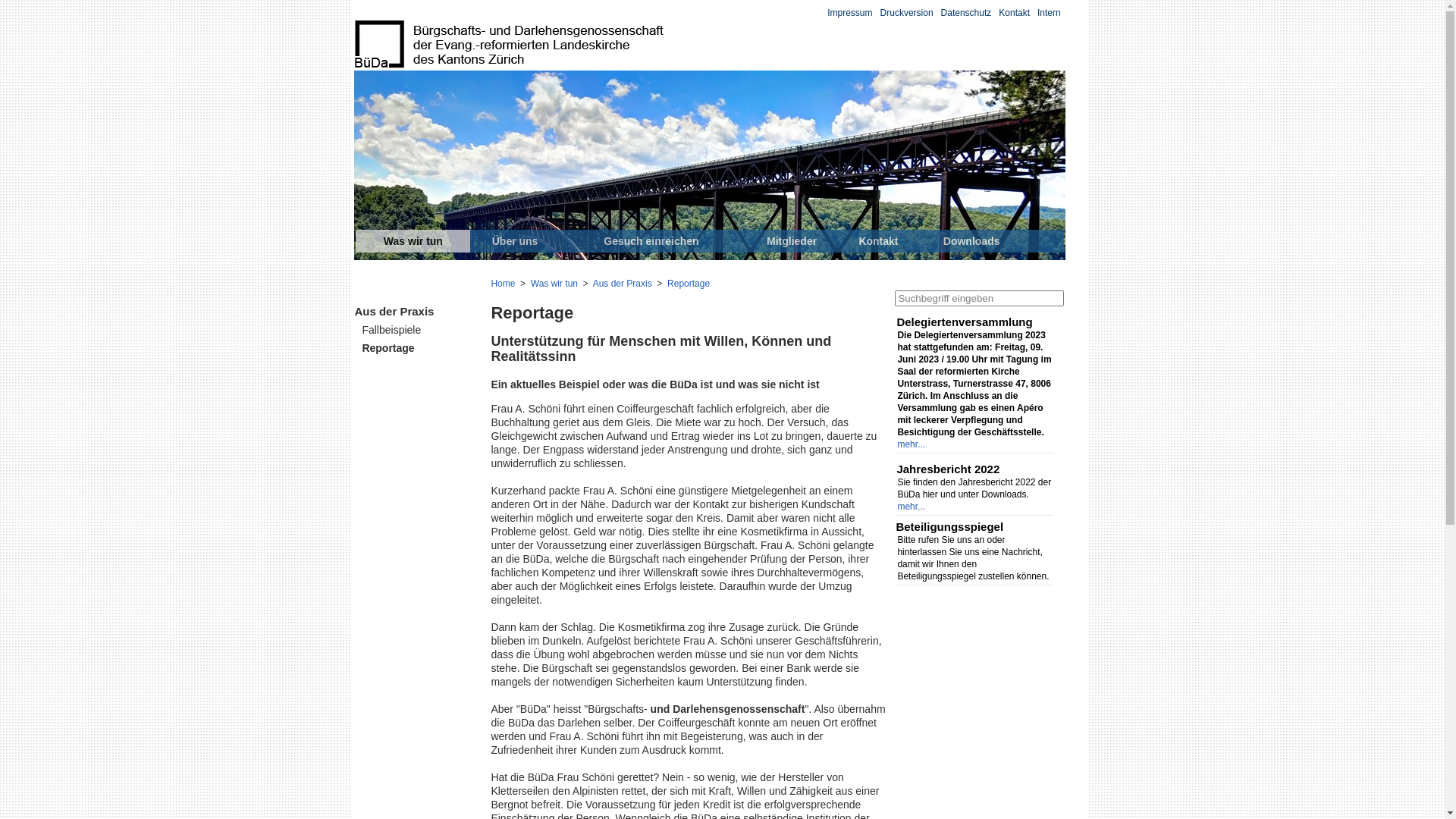 Image resolution: width=1456 pixels, height=819 pixels. I want to click on 'Was wir tun', so click(531, 284).